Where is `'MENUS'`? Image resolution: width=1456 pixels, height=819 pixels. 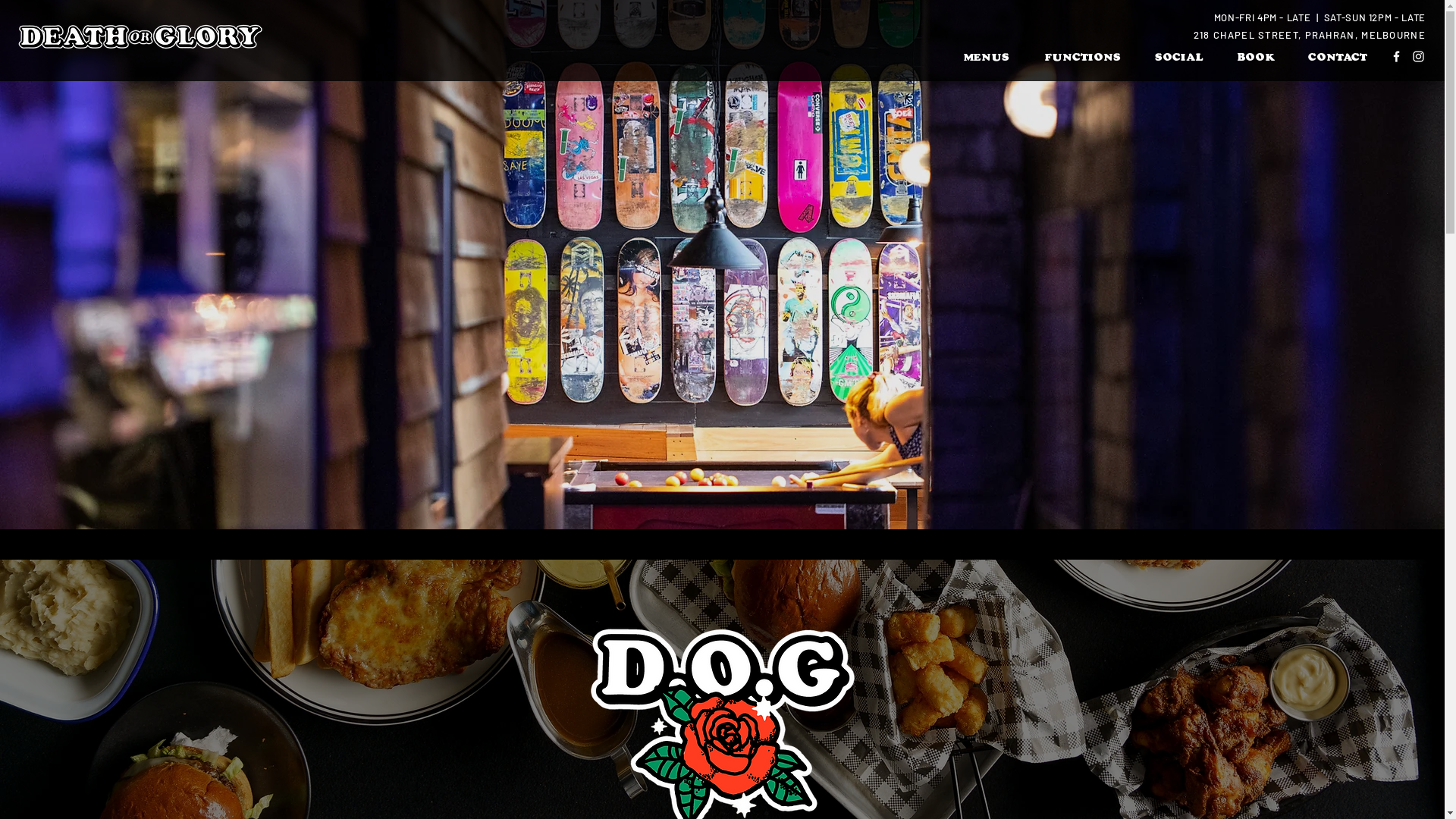
'MENUS' is located at coordinates (986, 55).